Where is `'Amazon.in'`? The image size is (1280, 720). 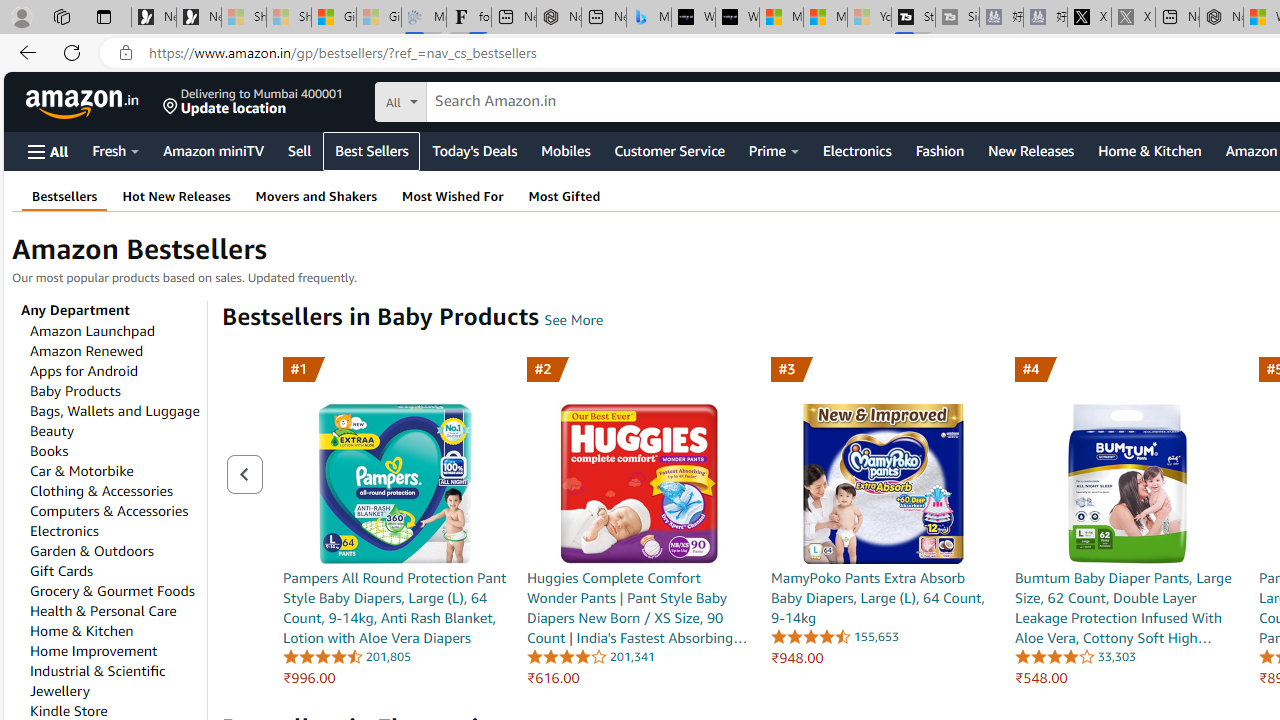
'Amazon.in' is located at coordinates (83, 101).